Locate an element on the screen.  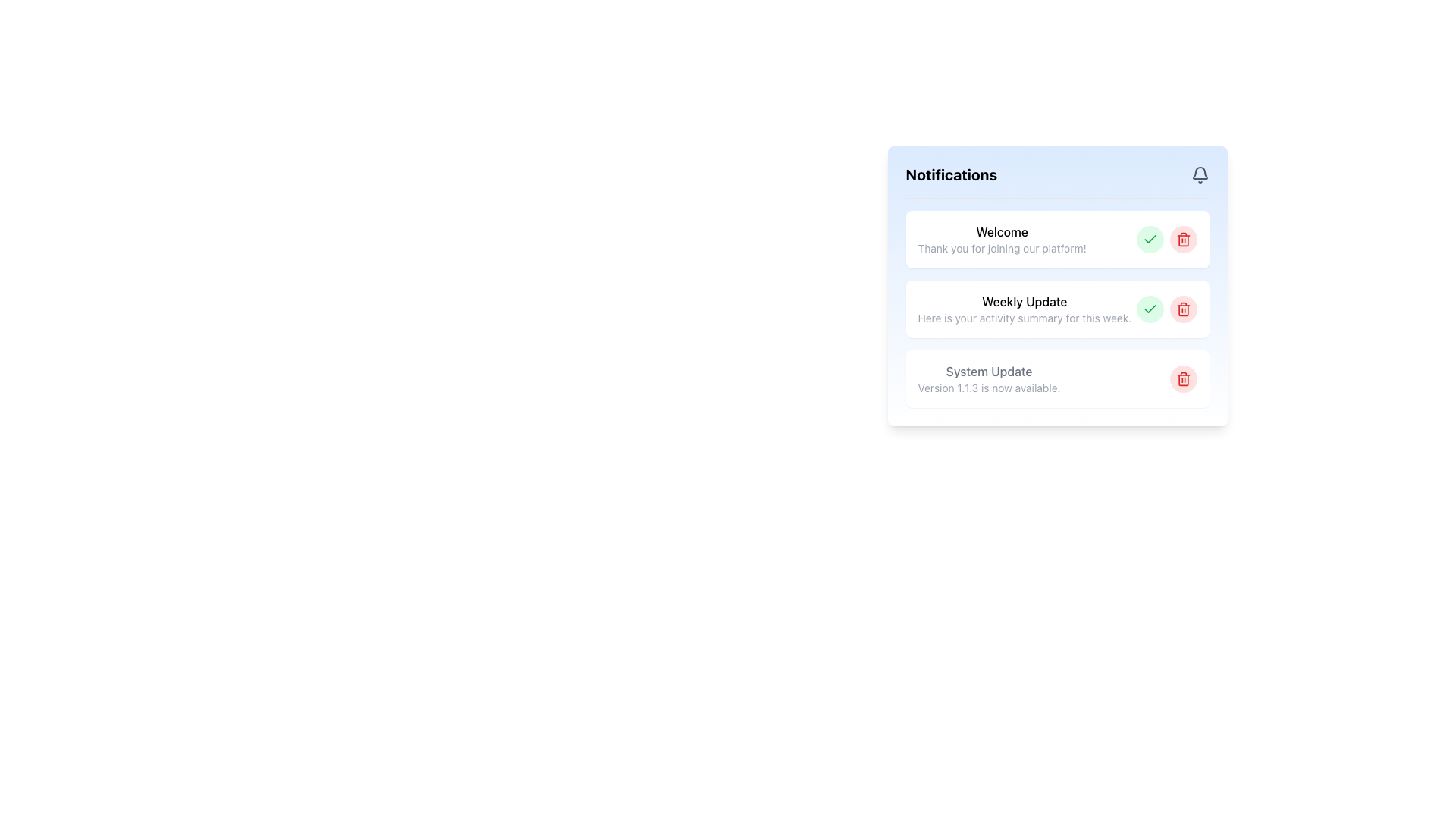
the 'System Update' text block is located at coordinates (989, 378).